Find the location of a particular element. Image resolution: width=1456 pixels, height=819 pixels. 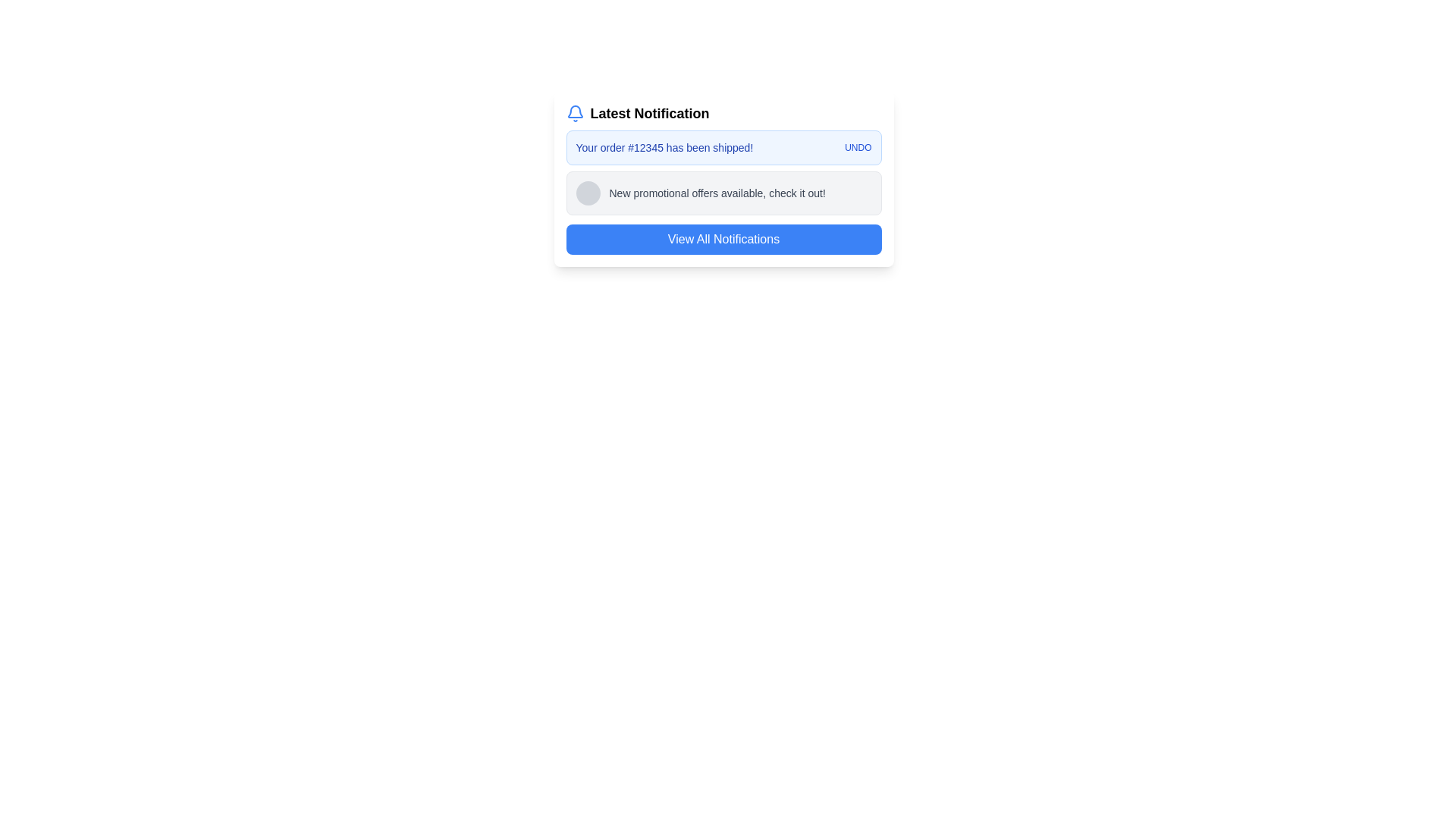

the notification bell icon outlined with a blue stroke and filled with white, located to the left of the 'Latest Notification' title is located at coordinates (574, 113).